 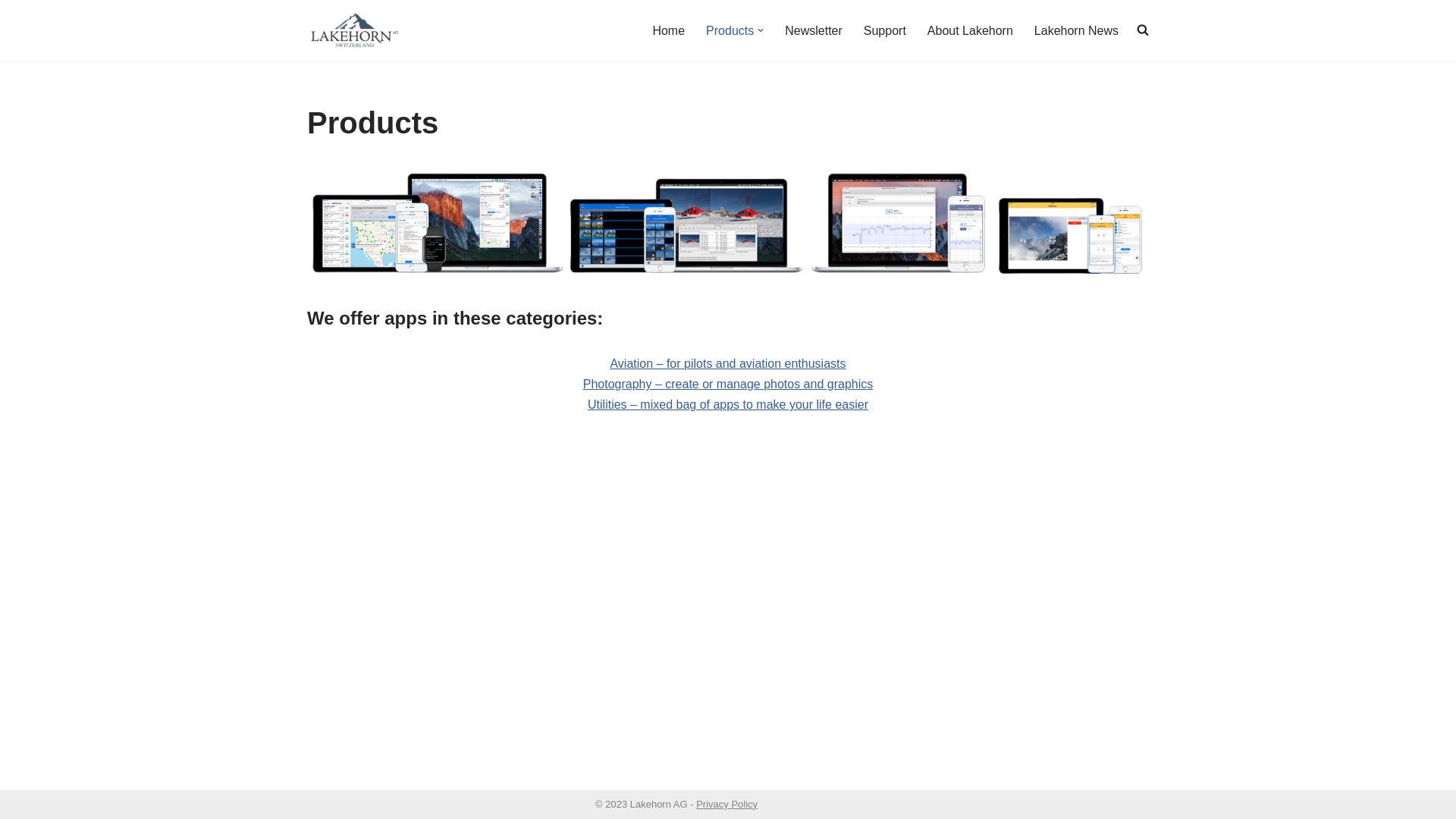 I want to click on 'About Lakehorn', so click(x=969, y=30).